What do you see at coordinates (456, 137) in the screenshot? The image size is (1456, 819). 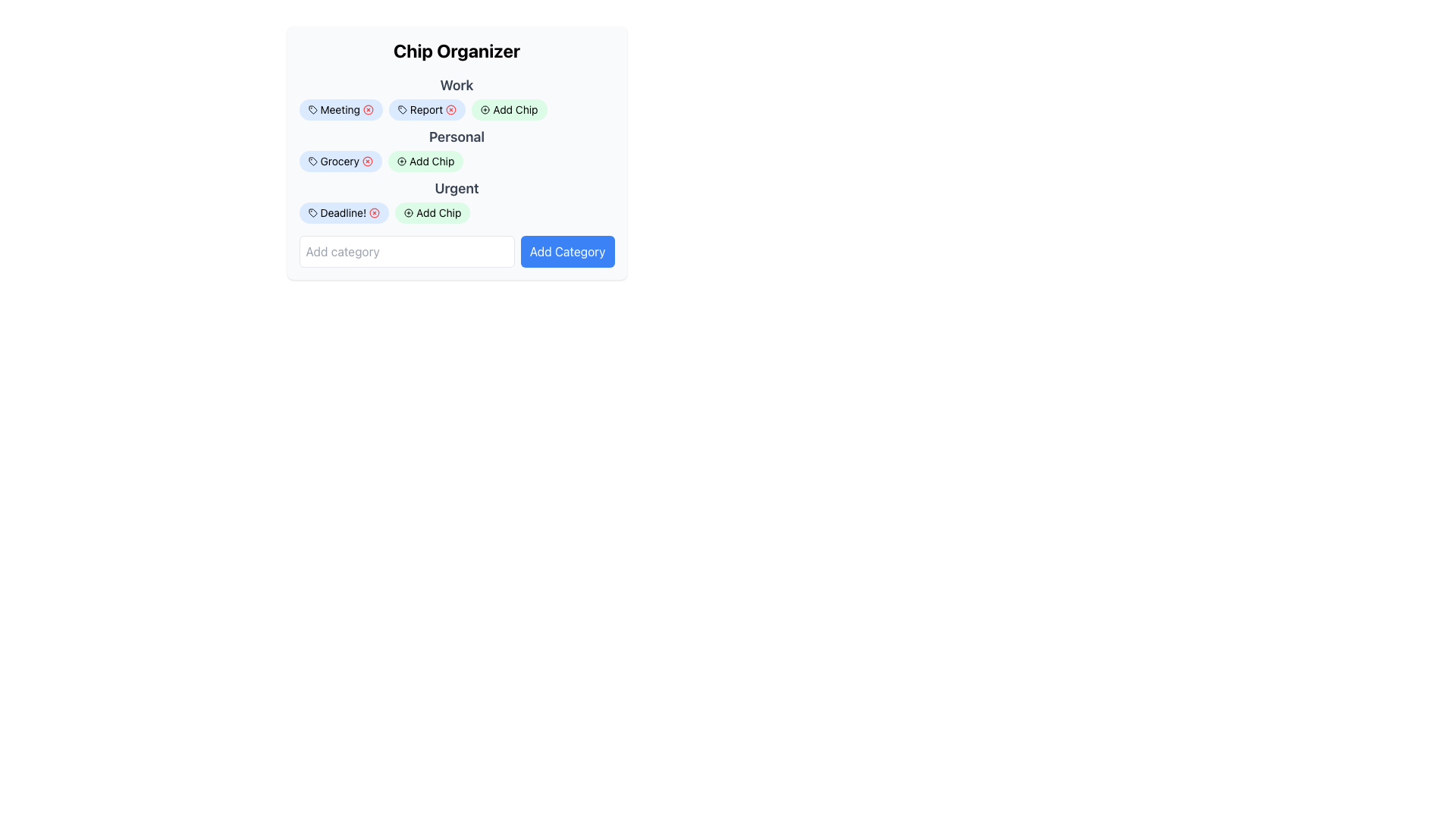 I see `the Text Header element that serves as the title for the 'Personal' category, which is centrally located and positioned between 'Work' and 'Grocery Add Chip'` at bounding box center [456, 137].